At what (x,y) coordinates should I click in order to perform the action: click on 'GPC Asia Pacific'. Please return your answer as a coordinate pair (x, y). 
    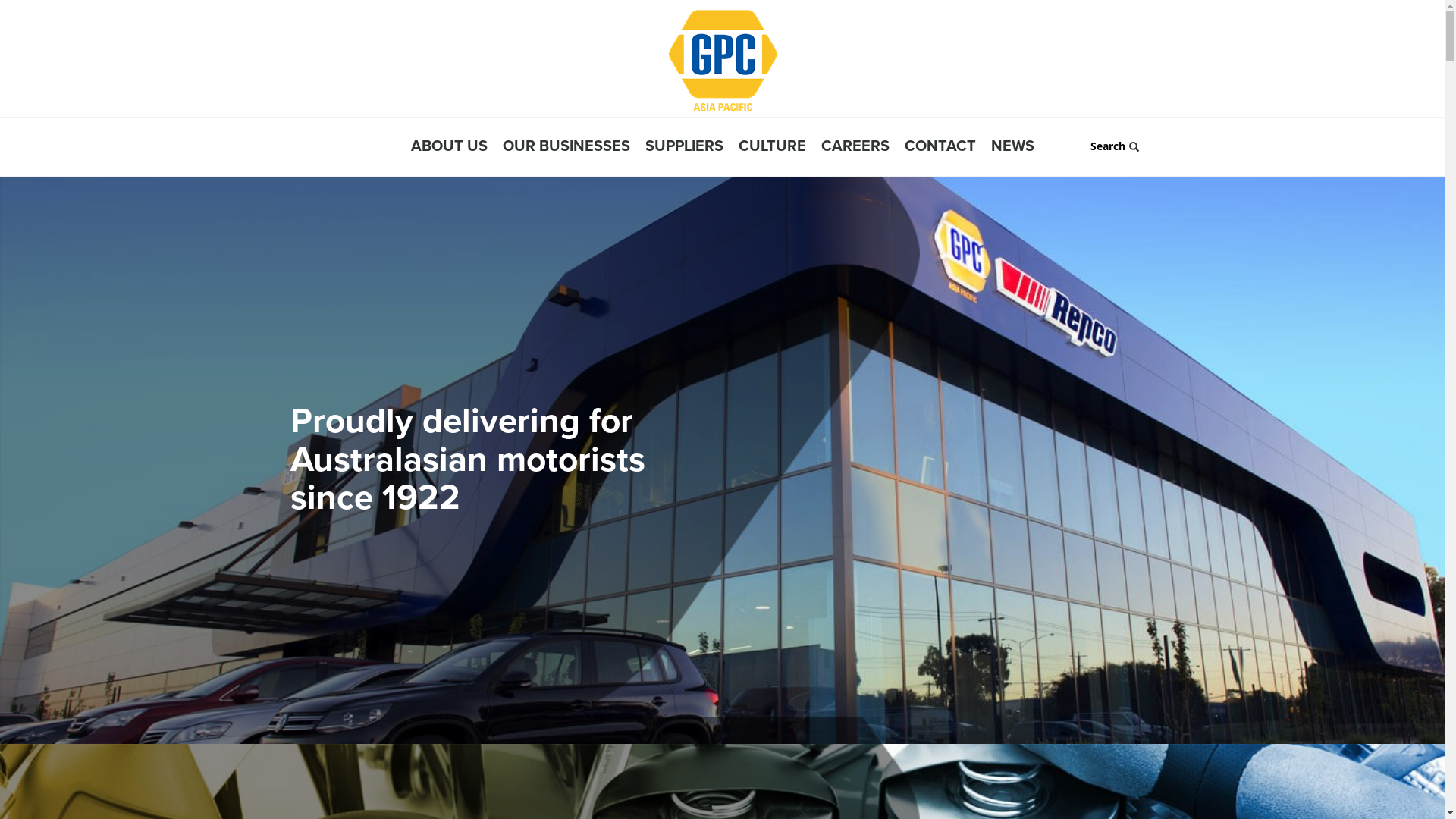
    Looking at the image, I should click on (667, 60).